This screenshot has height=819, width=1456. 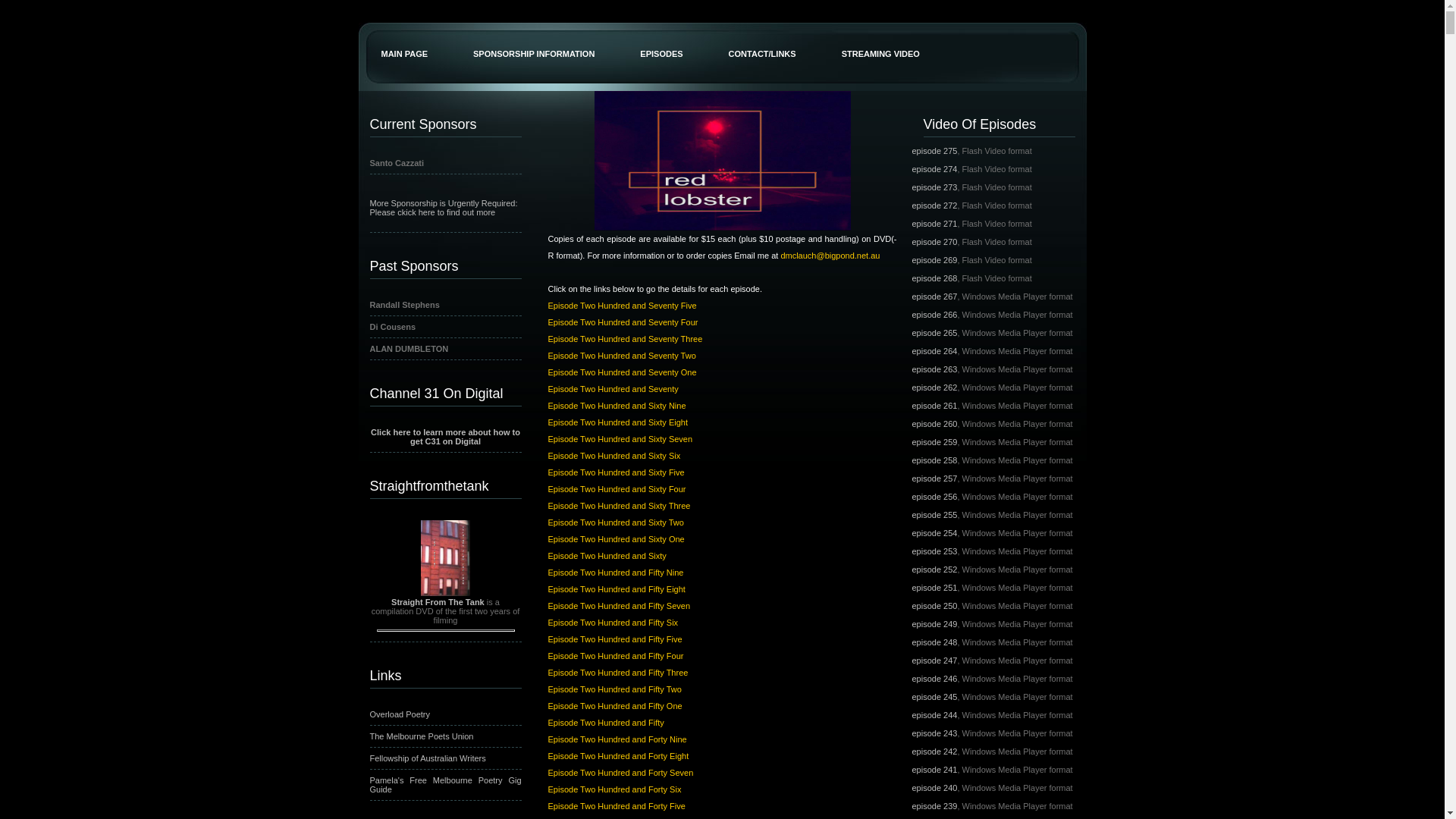 I want to click on 'CONTACT/LINKS', so click(x=705, y=37).